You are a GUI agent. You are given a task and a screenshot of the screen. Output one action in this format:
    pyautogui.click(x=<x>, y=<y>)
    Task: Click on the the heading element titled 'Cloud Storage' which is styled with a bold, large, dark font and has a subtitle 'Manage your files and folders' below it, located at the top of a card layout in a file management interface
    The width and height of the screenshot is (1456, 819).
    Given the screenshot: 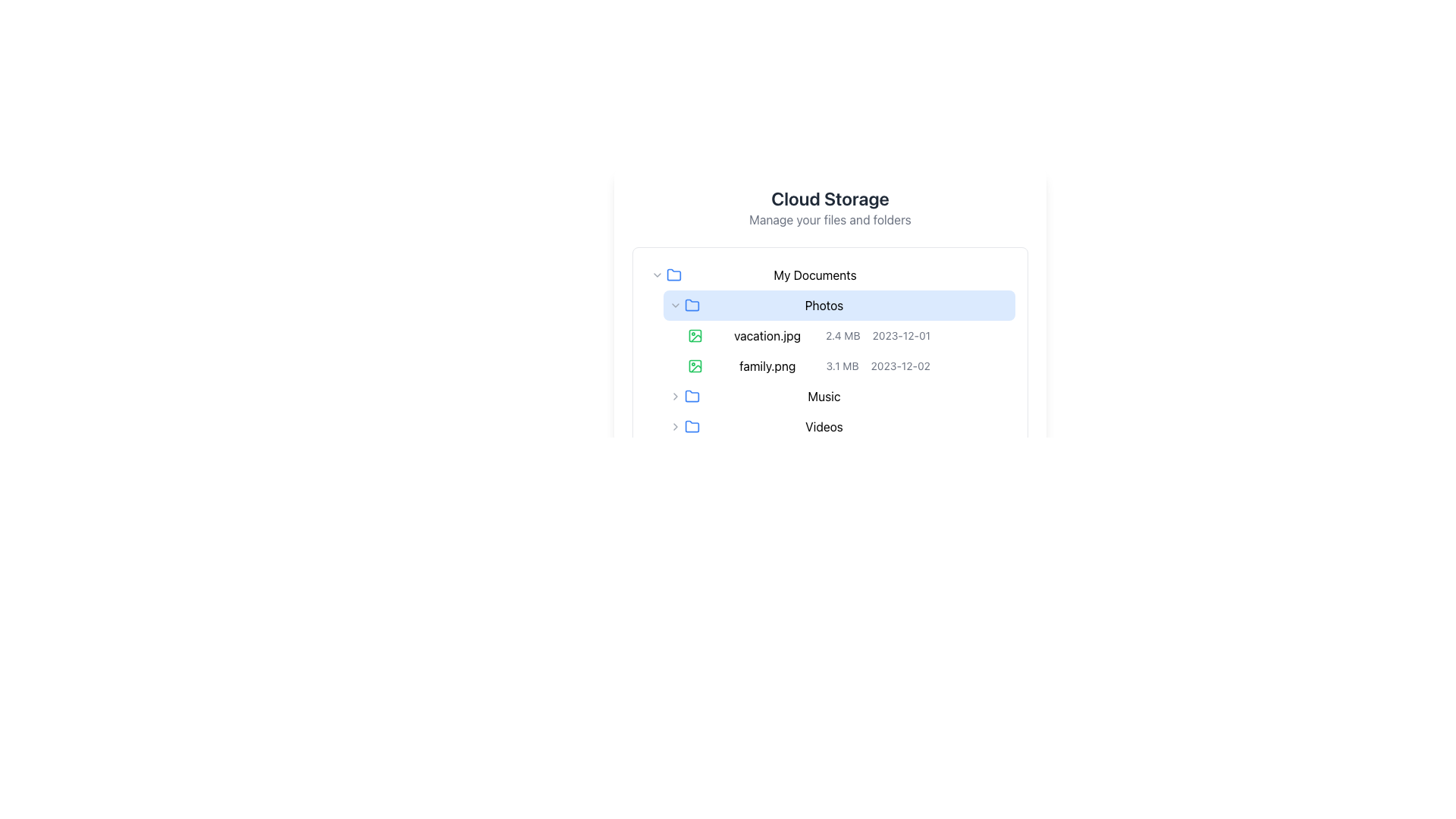 What is the action you would take?
    pyautogui.click(x=829, y=207)
    